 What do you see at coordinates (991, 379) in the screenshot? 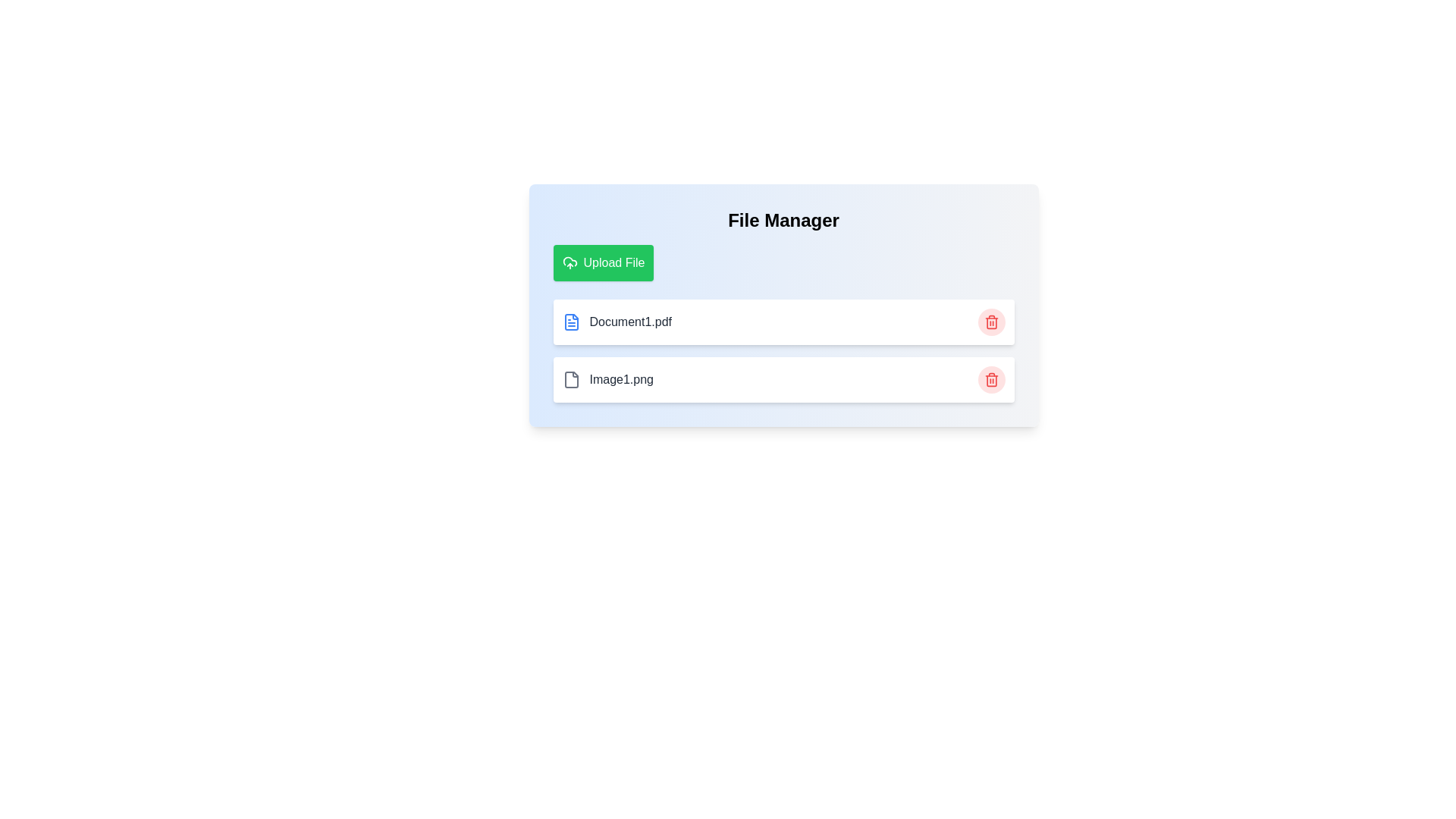
I see `the delete button for the file 'Image1.png' located at the right end of the second row in the card layout` at bounding box center [991, 379].